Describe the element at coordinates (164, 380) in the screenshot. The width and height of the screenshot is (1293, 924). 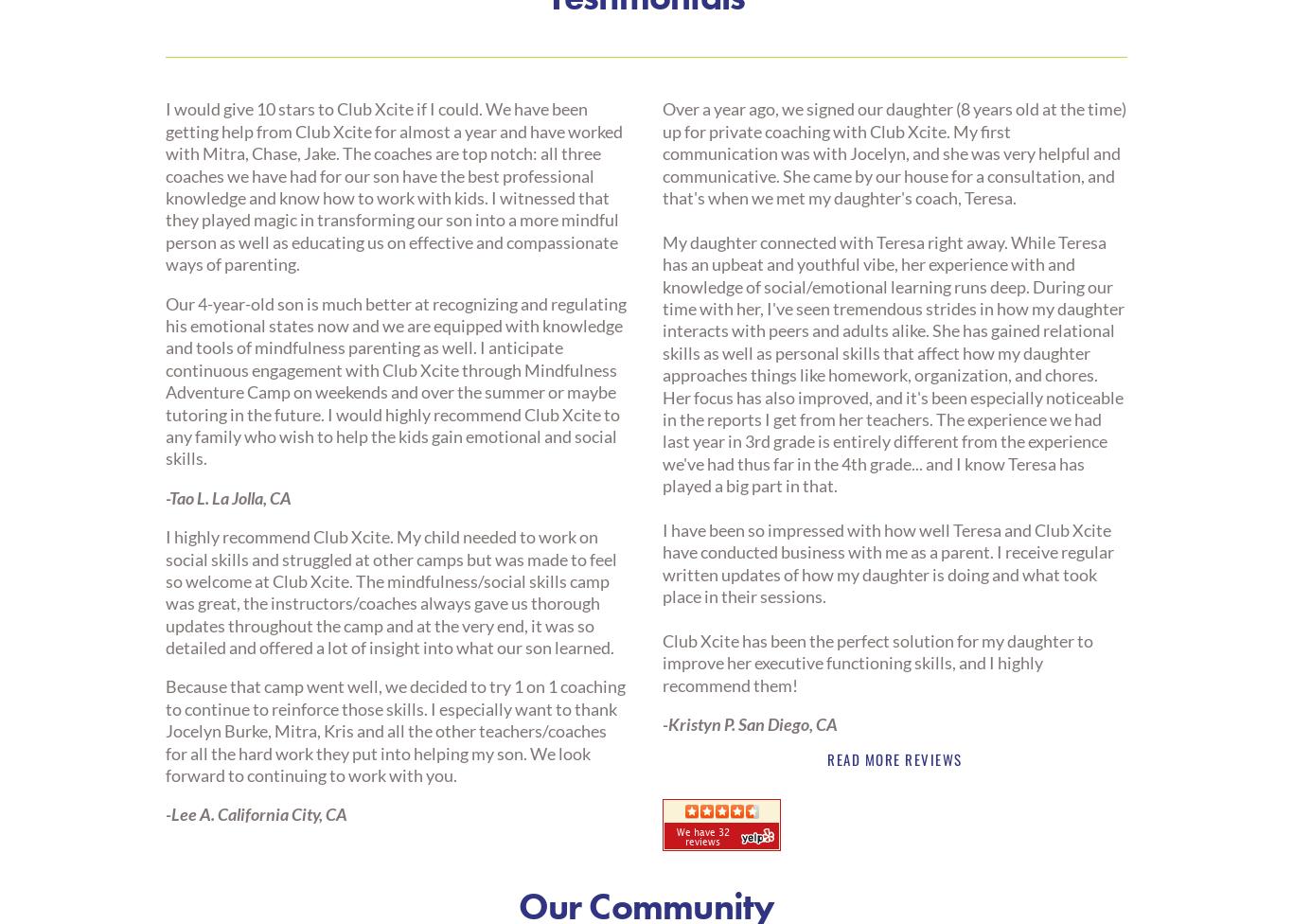
I see `'Our 4-year-old son is much better at recognizing and regulating his emotional states now and we are equipped with knowledge and tools of mindfulness parenting as well. I anticipate continuous engagement with Club Xcite through Mindfulness Adventure Camp on weekends and over the summer or maybe tutoring in the future. I would highly recommend Club Xcite to any family who wish to help the kids gain emotional and social skills.'` at that location.